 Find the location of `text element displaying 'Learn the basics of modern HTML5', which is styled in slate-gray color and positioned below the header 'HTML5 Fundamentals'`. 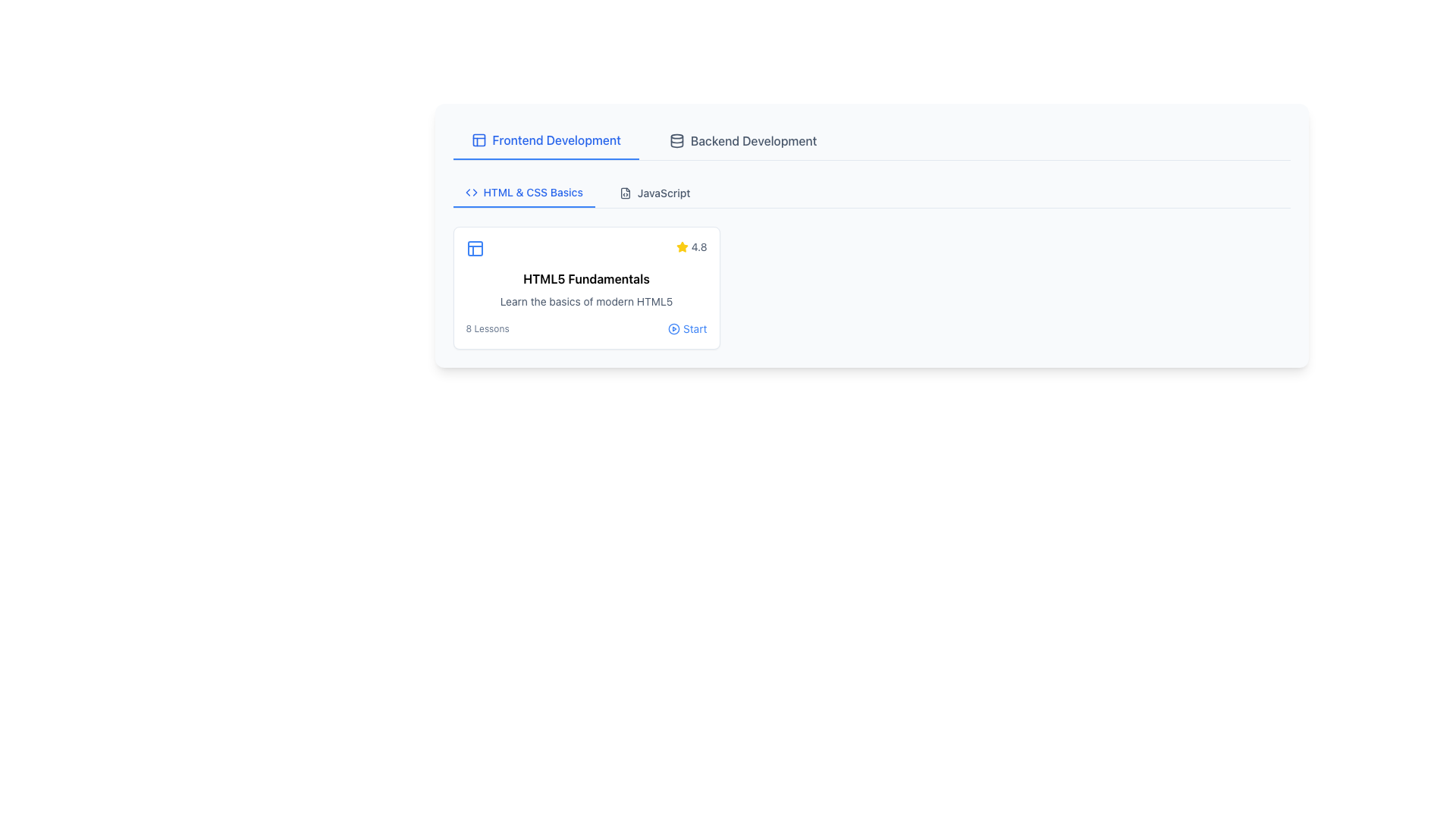

text element displaying 'Learn the basics of modern HTML5', which is styled in slate-gray color and positioned below the header 'HTML5 Fundamentals' is located at coordinates (585, 301).